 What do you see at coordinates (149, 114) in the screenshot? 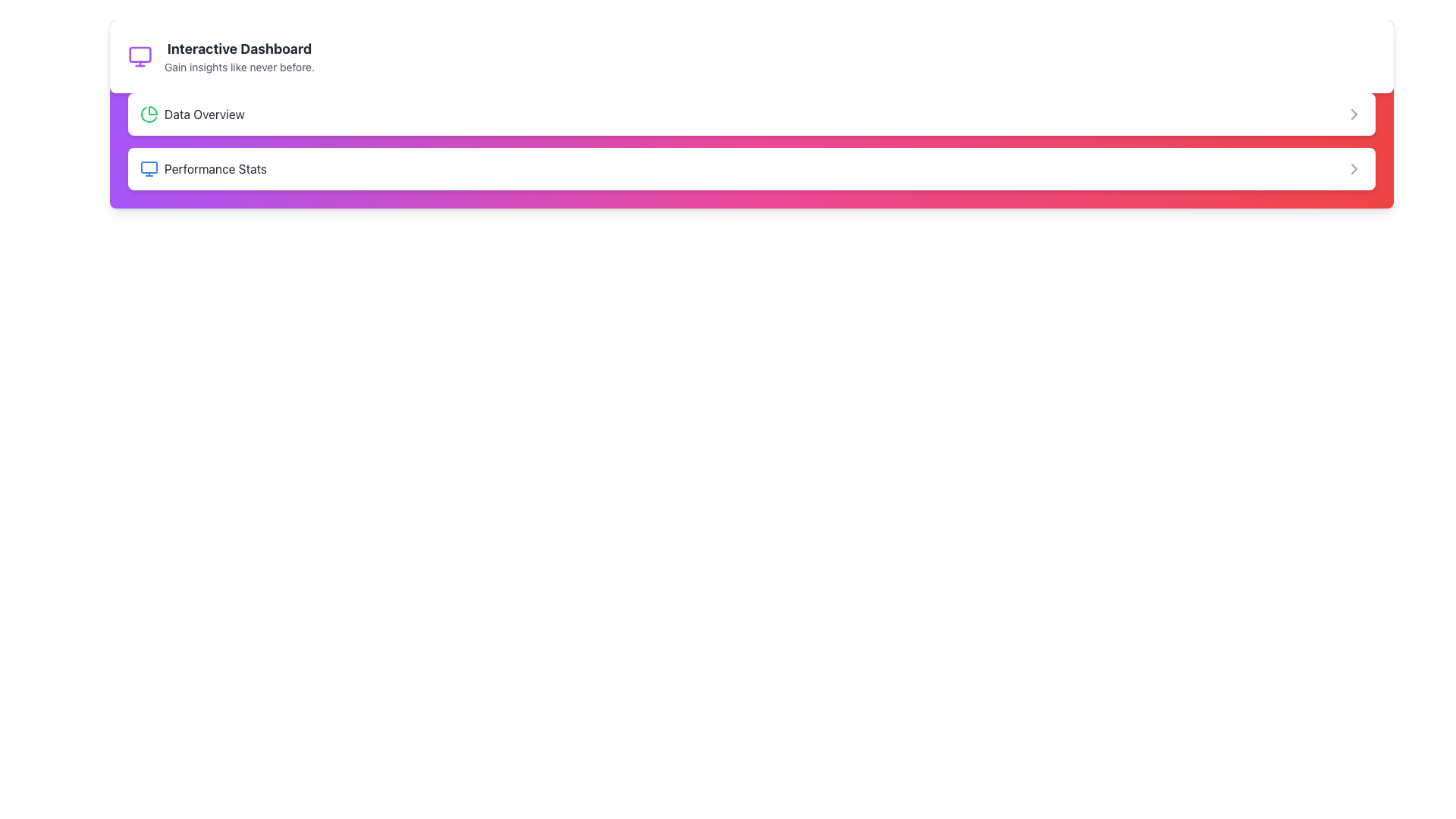
I see `the pie chart segment element located to the left of the 'Data Overview' label` at bounding box center [149, 114].